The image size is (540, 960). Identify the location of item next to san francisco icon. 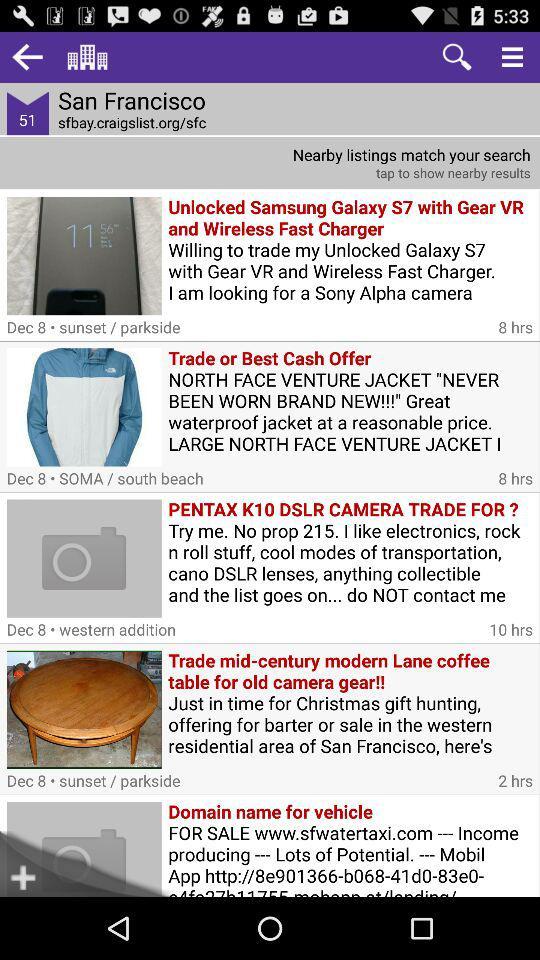
(26, 56).